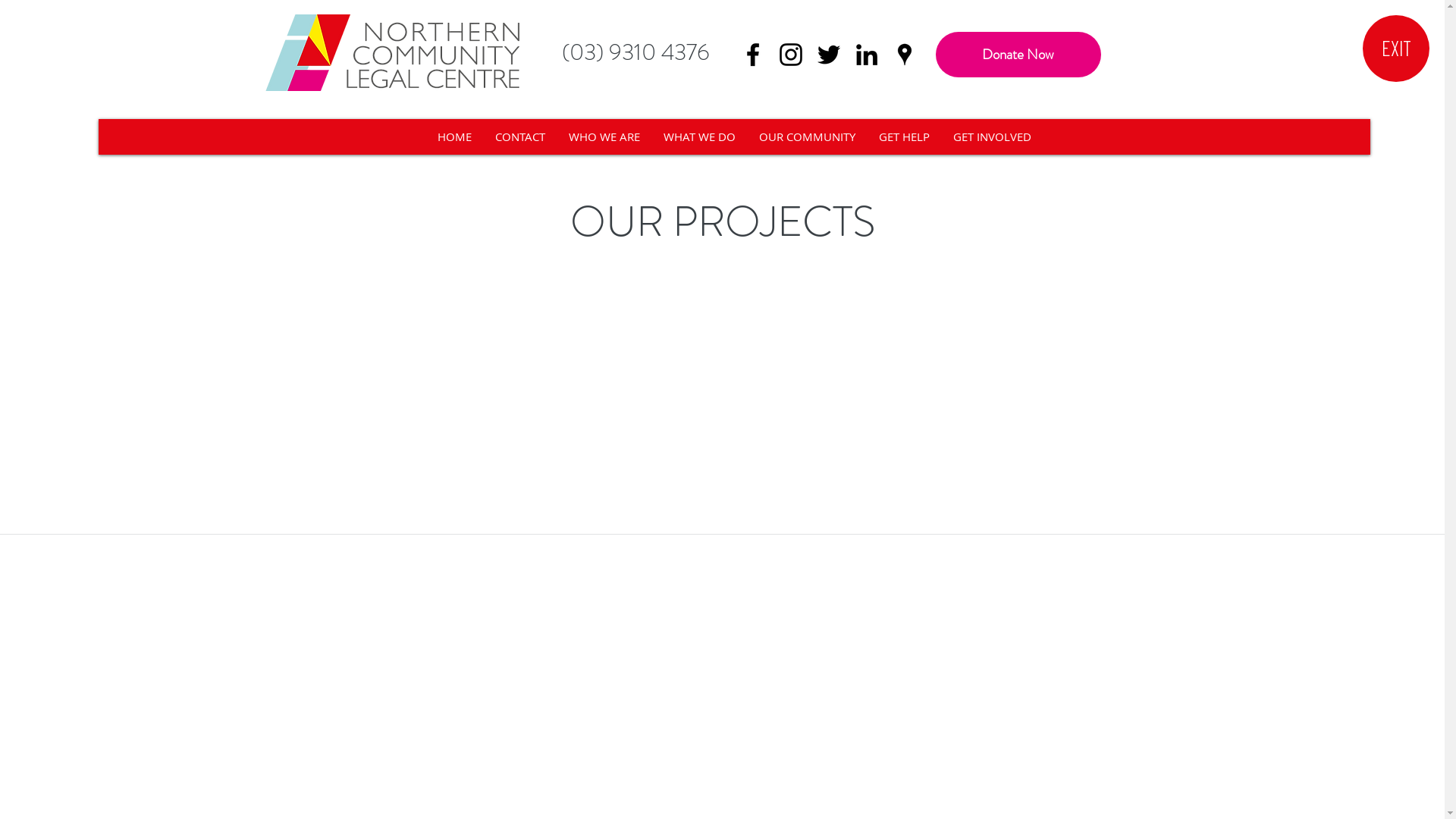 The image size is (1456, 819). Describe the element at coordinates (519, 136) in the screenshot. I see `'CONTACT'` at that location.